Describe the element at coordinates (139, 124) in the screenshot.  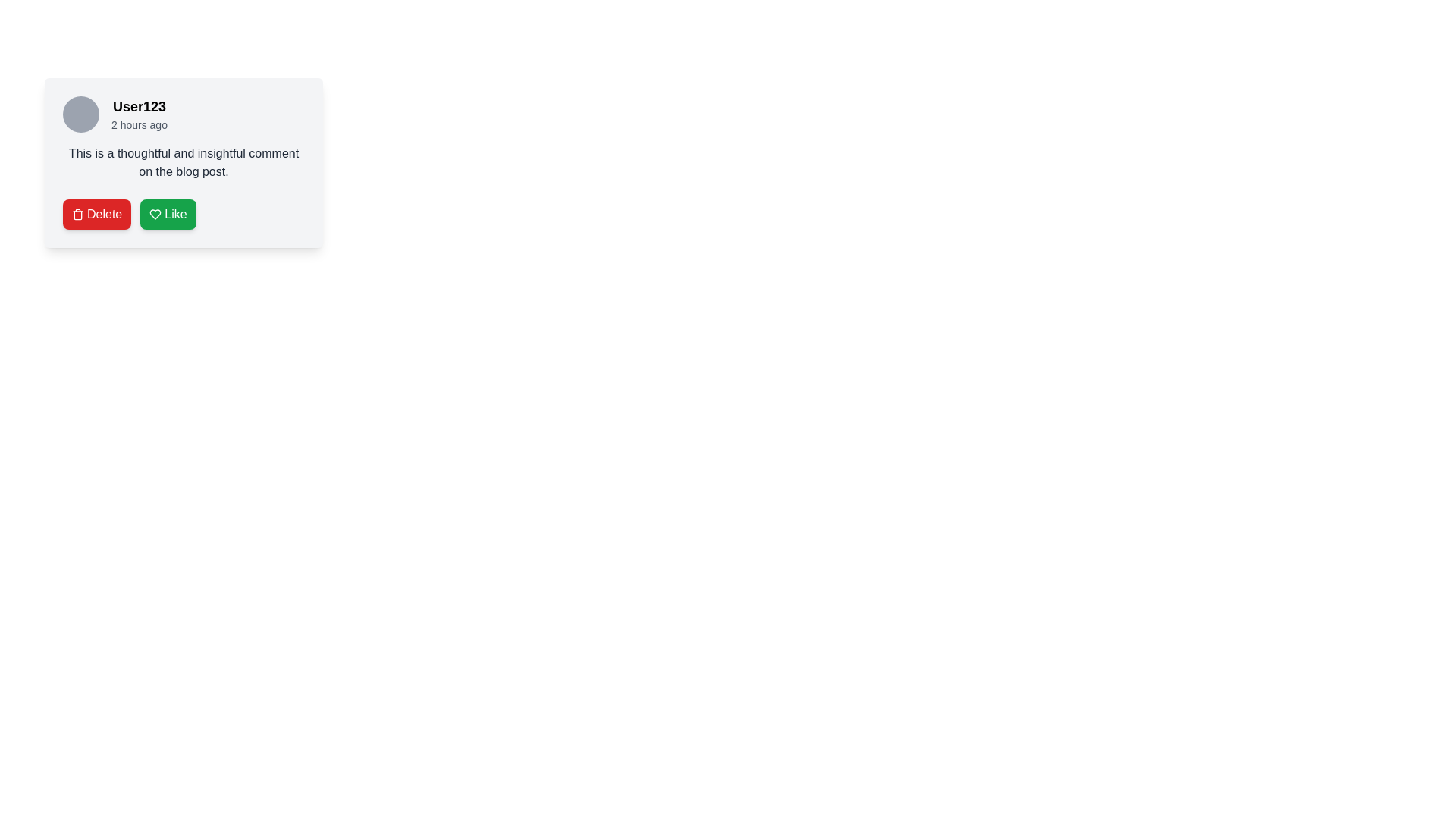
I see `timestamp text styled in a smaller gray font located directly below the 'User123' text` at that location.